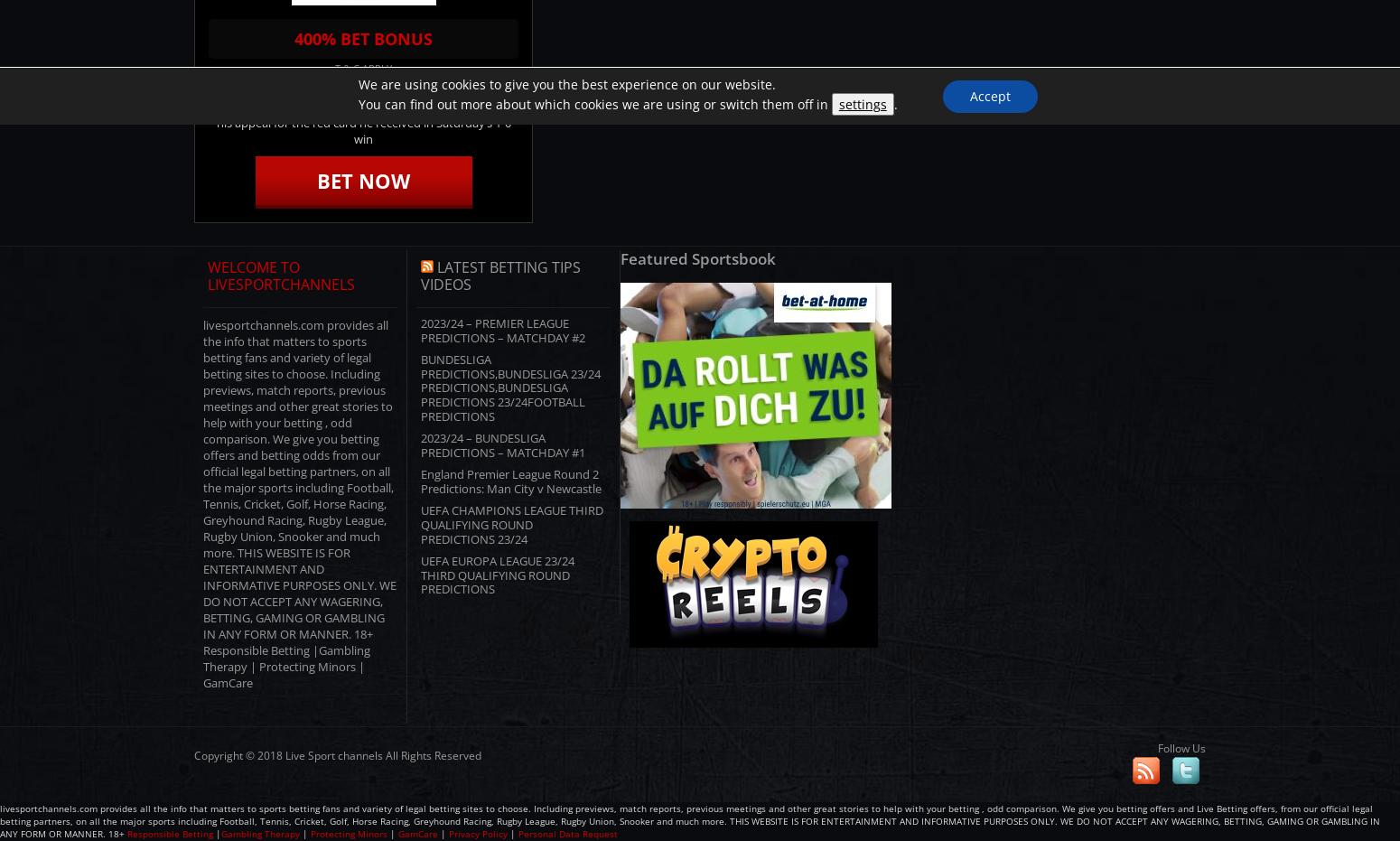  Describe the element at coordinates (280, 274) in the screenshot. I see `'Welcome To LiveSportChannels'` at that location.